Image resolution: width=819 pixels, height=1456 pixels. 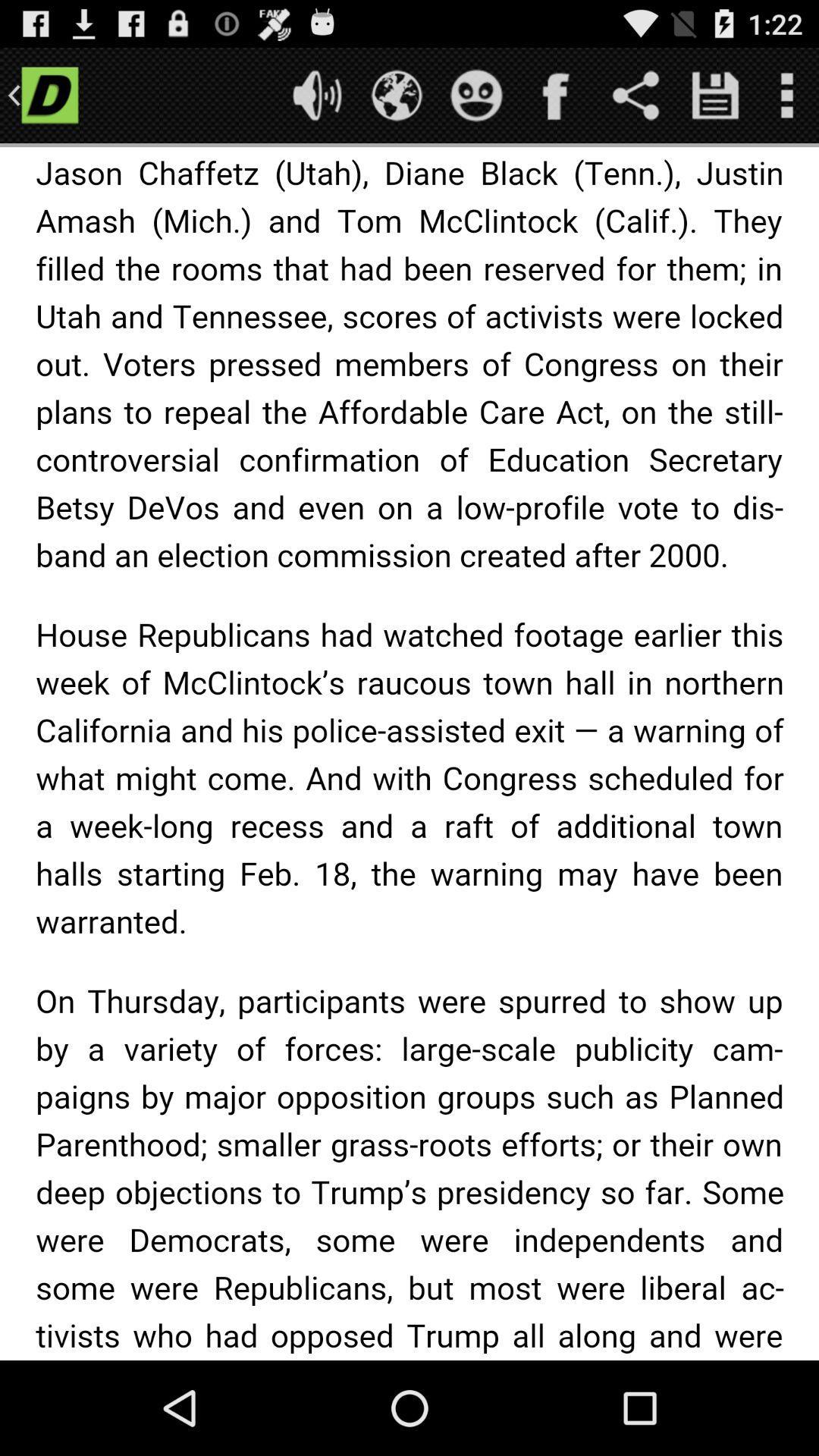 I want to click on the more icon, so click(x=786, y=101).